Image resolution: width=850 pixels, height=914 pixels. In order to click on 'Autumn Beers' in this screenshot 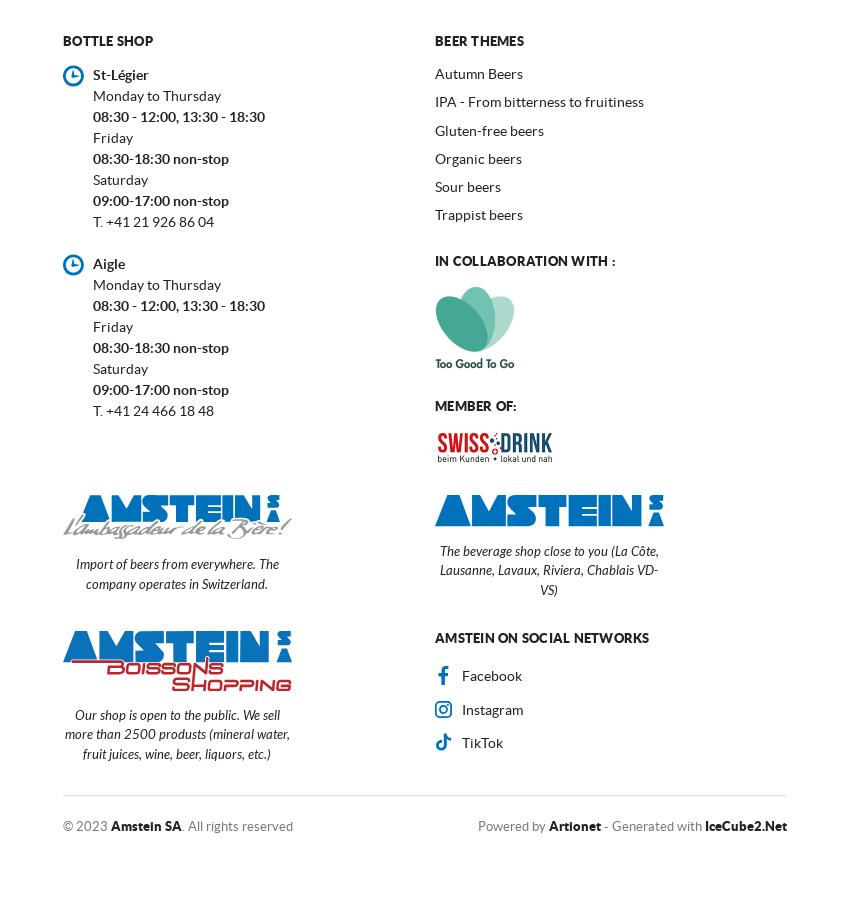, I will do `click(478, 73)`.